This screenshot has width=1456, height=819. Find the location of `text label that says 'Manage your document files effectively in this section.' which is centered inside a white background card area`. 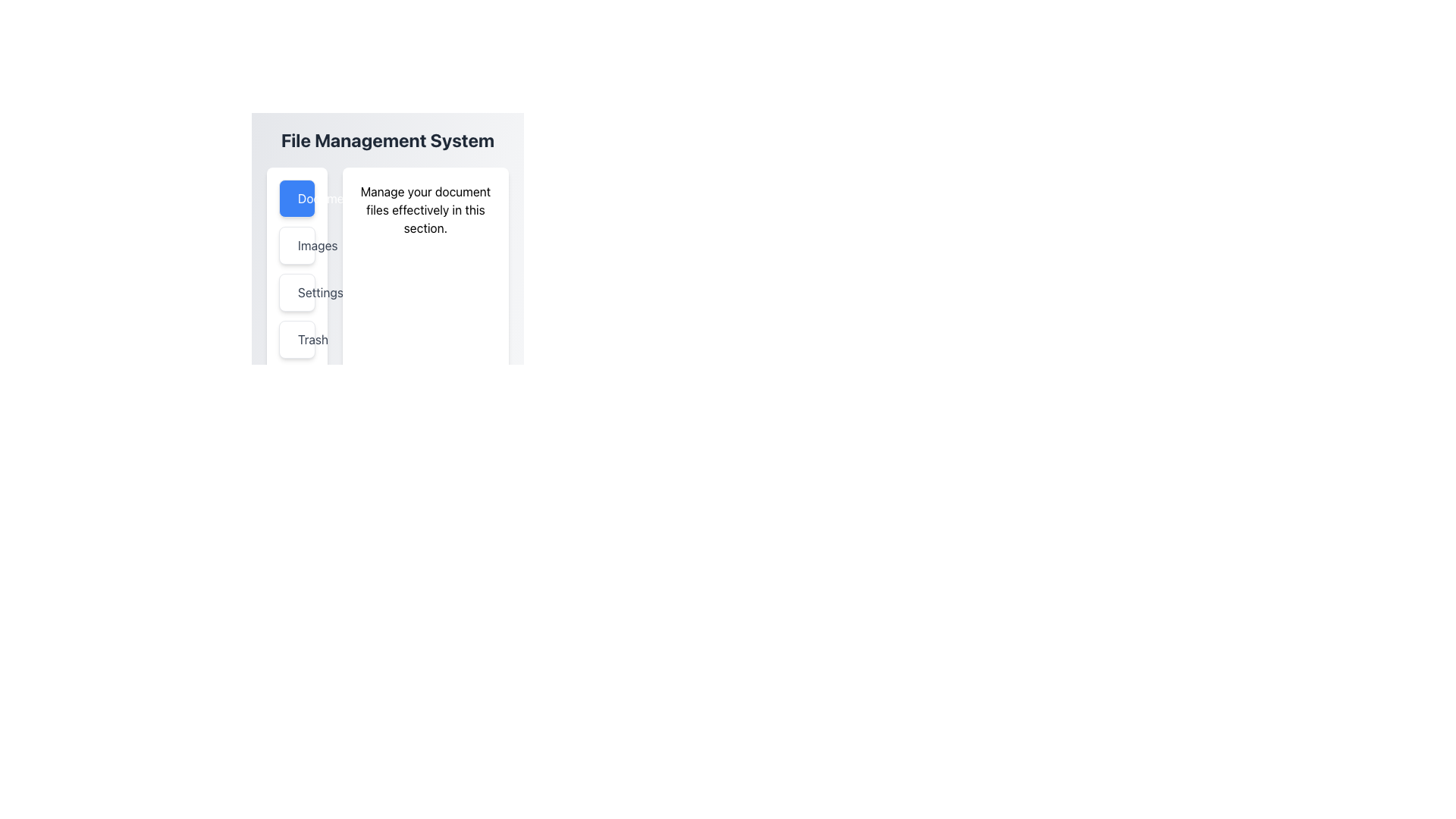

text label that says 'Manage your document files effectively in this section.' which is centered inside a white background card area is located at coordinates (425, 210).